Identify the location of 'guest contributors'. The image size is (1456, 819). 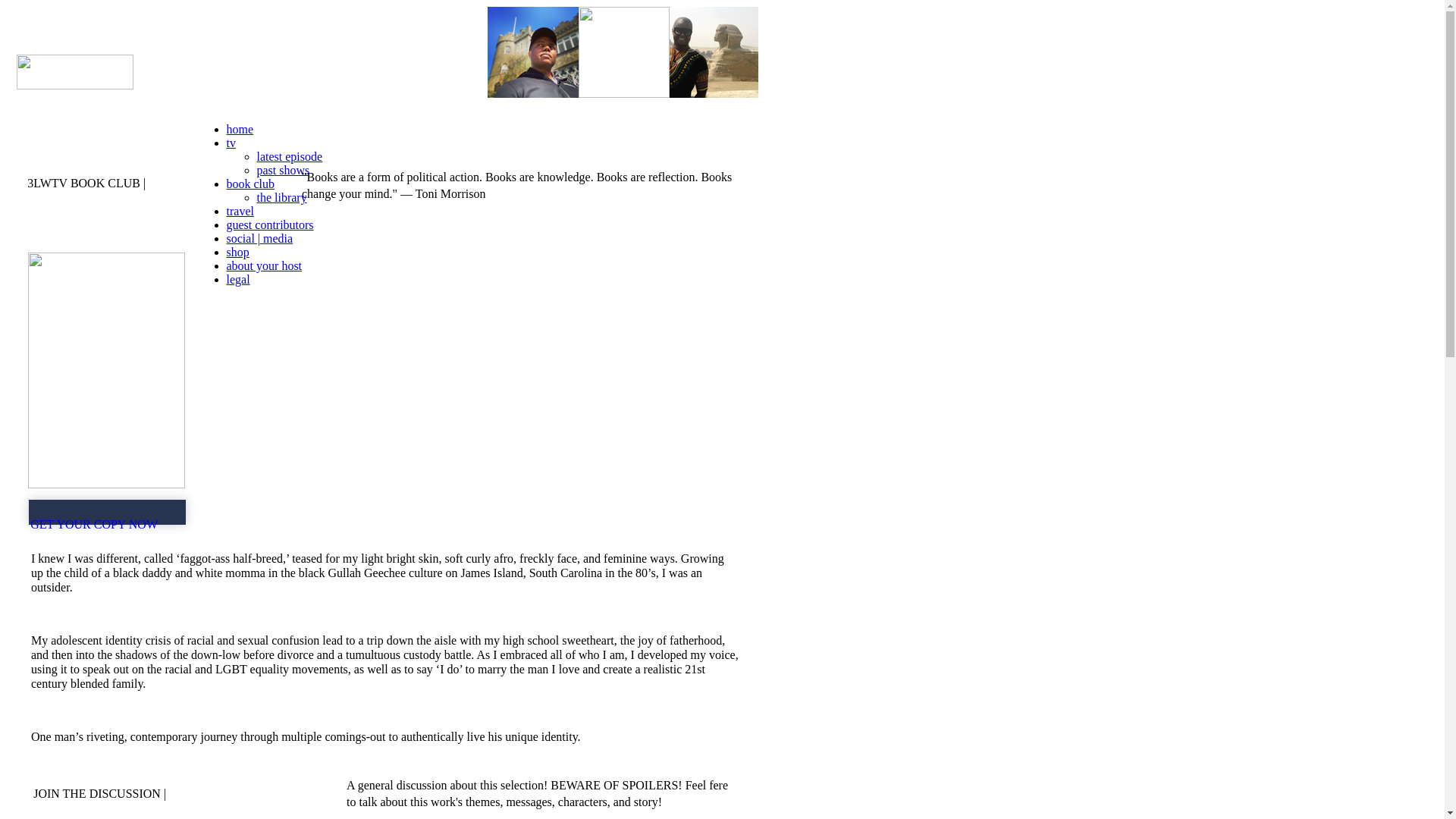
(269, 224).